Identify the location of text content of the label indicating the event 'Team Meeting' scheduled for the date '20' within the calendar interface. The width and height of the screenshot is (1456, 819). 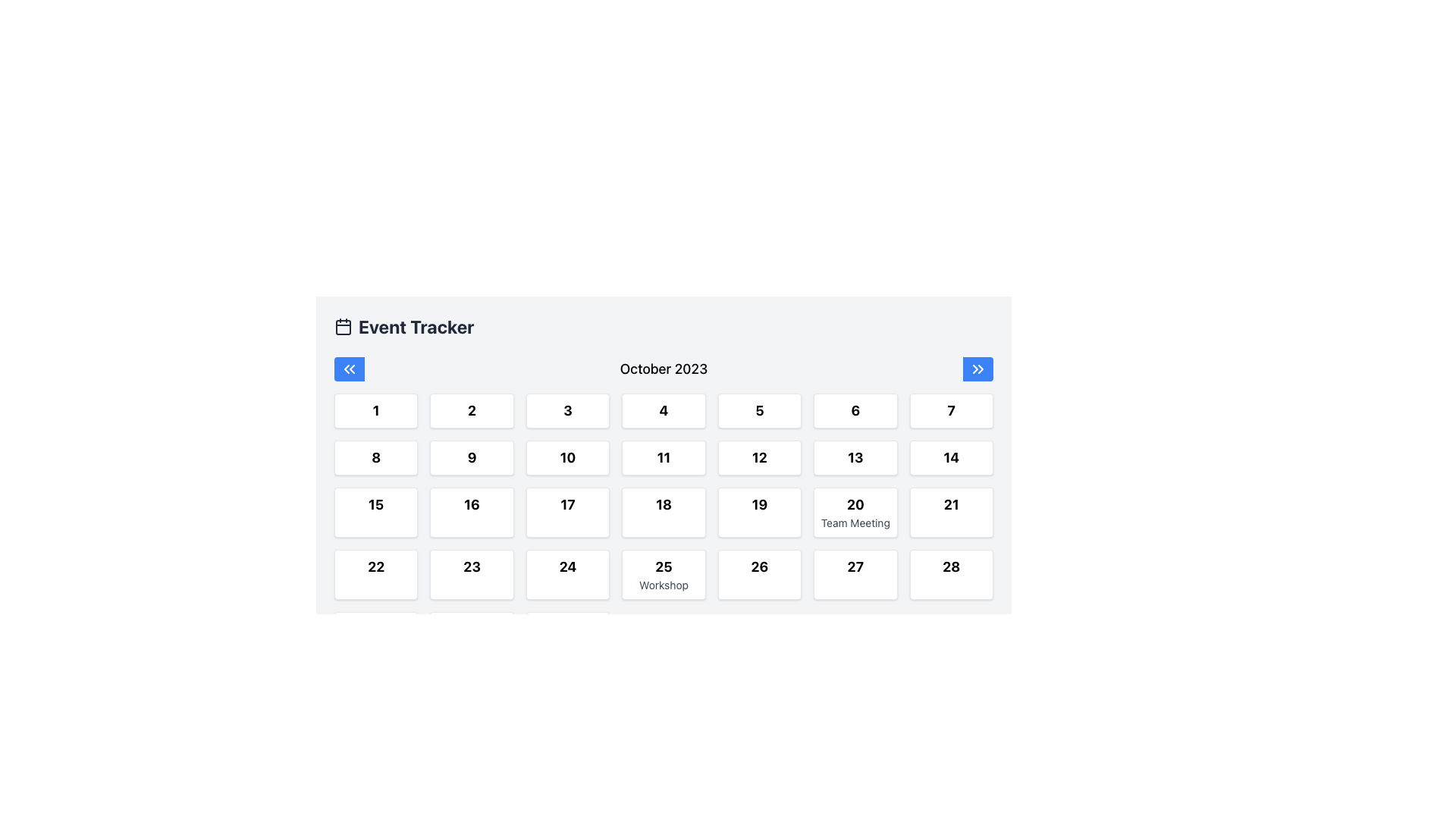
(855, 522).